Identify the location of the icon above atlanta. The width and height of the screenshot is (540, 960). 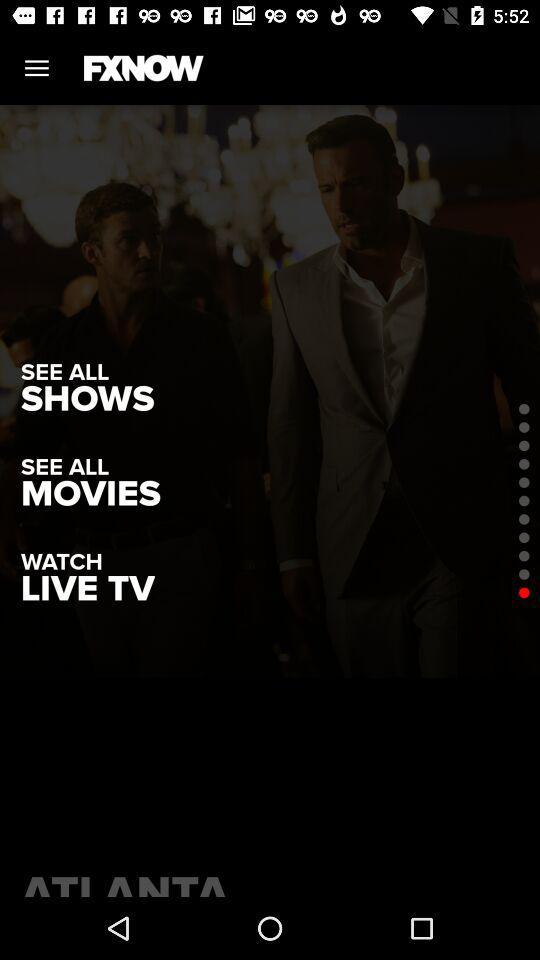
(86, 589).